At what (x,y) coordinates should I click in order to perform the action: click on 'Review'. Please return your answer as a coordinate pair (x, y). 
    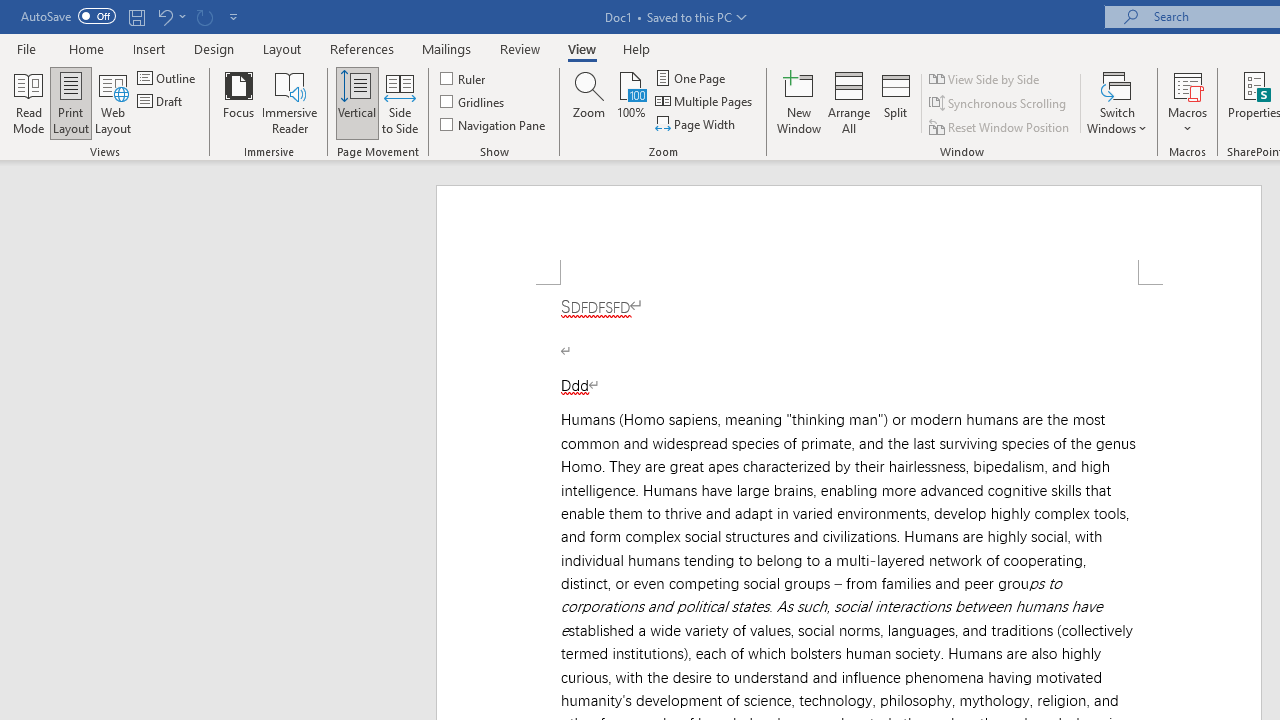
    Looking at the image, I should click on (520, 48).